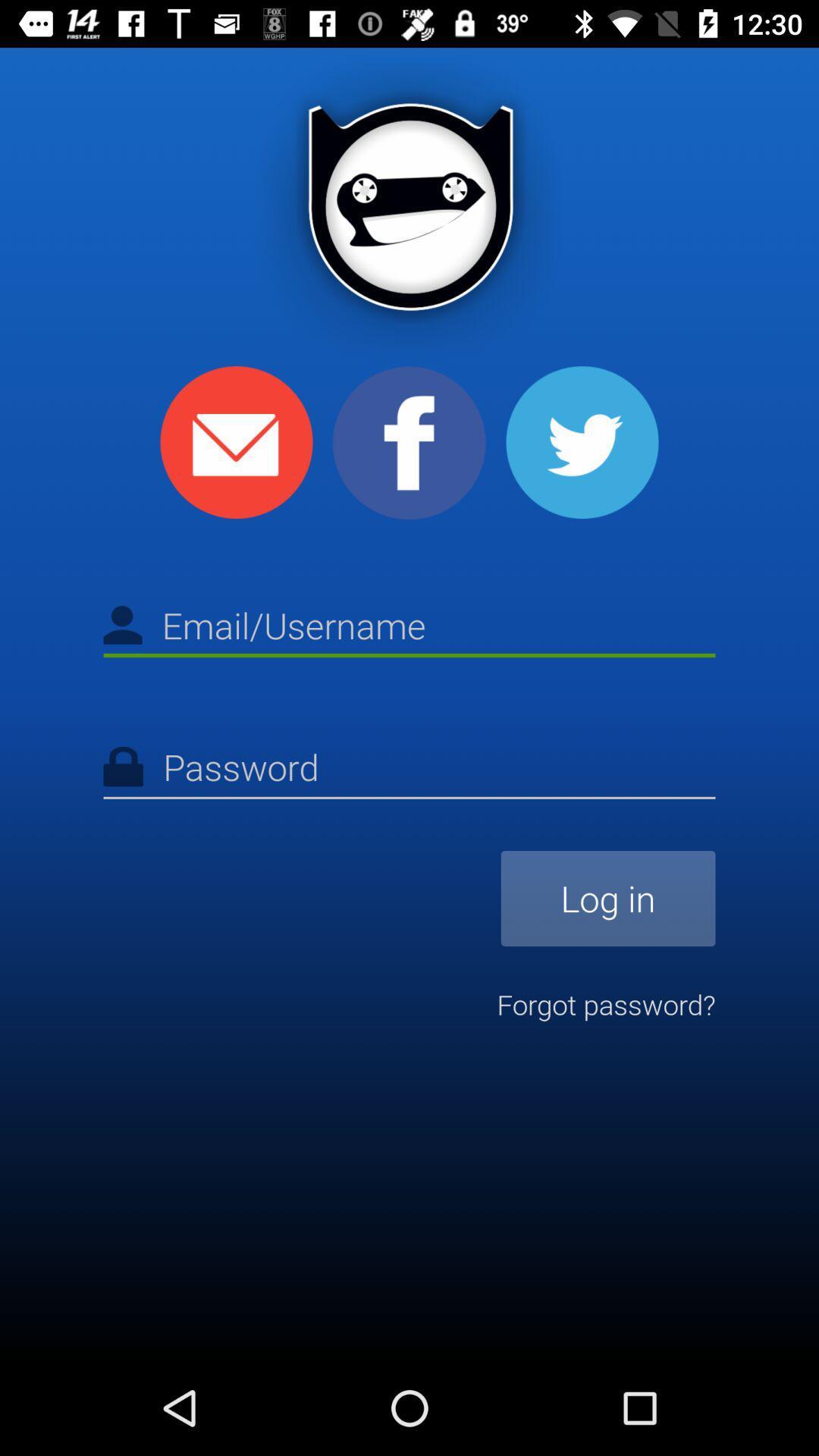 This screenshot has height=1456, width=819. What do you see at coordinates (237, 441) in the screenshot?
I see `email` at bounding box center [237, 441].